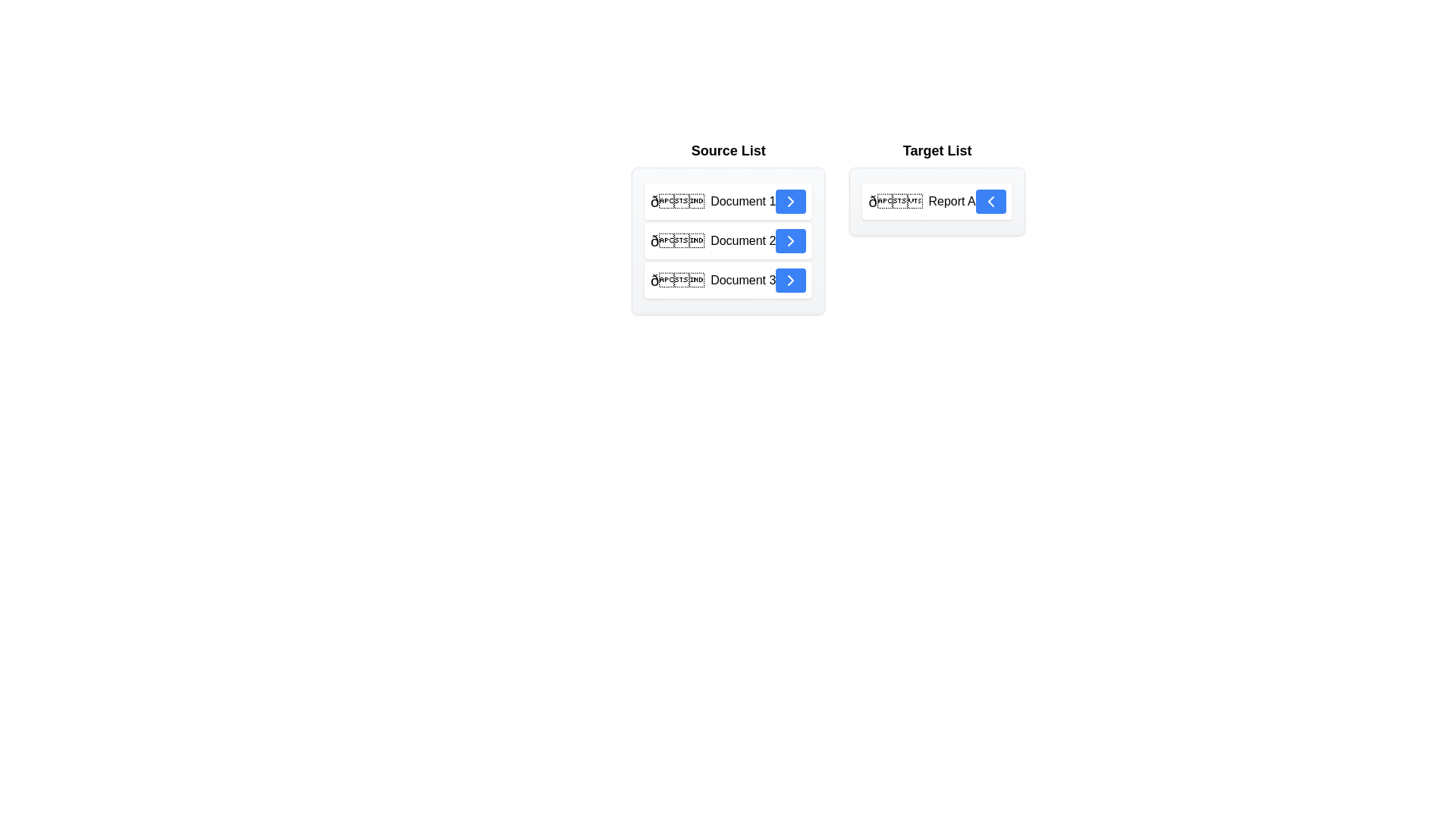 The height and width of the screenshot is (819, 1456). What do you see at coordinates (728, 201) in the screenshot?
I see `the item Document 1 in the Source List` at bounding box center [728, 201].